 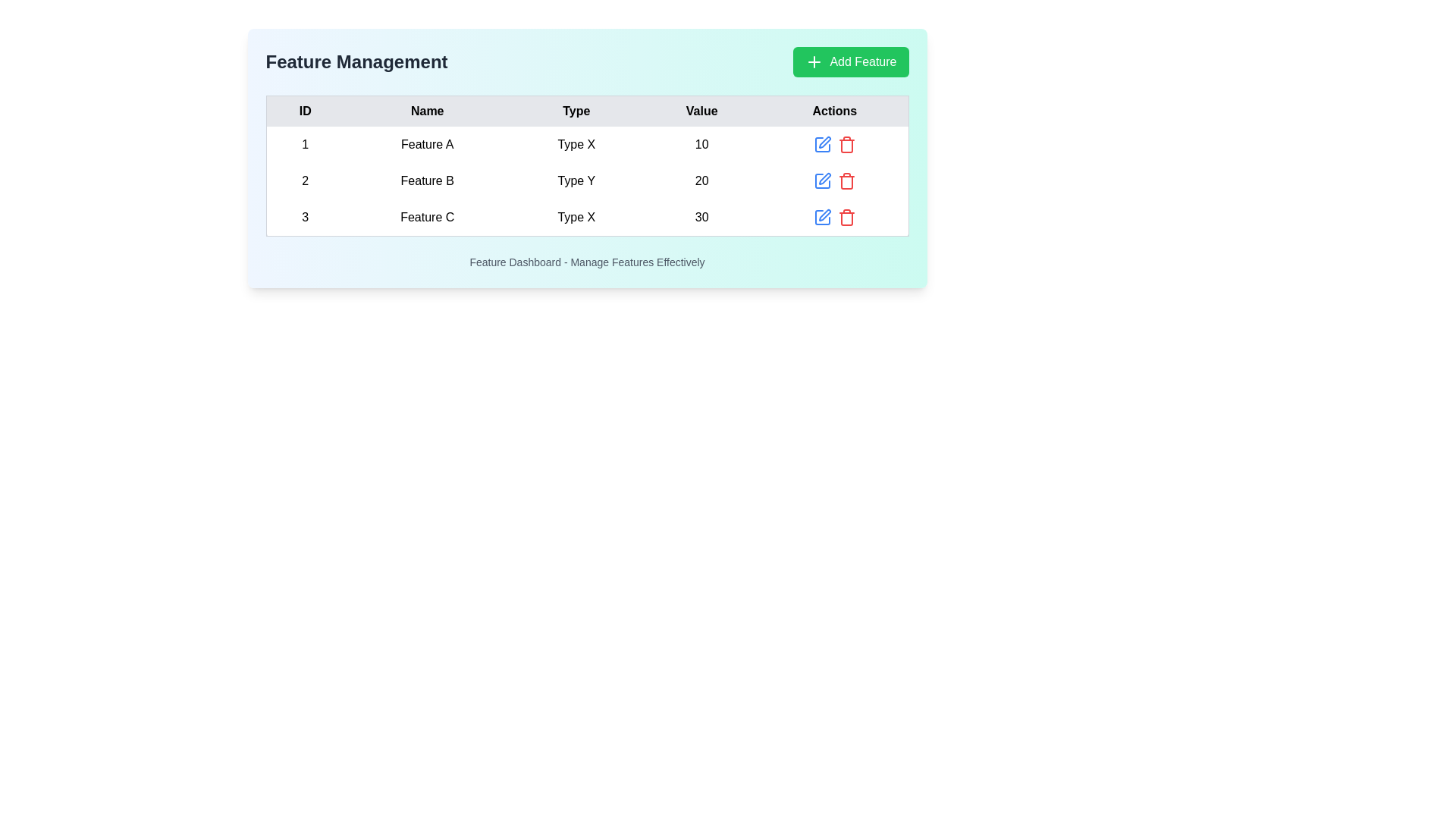 I want to click on the Table Header Cell containing the bold text 'Type' which is the third element in the table header row, so click(x=586, y=110).